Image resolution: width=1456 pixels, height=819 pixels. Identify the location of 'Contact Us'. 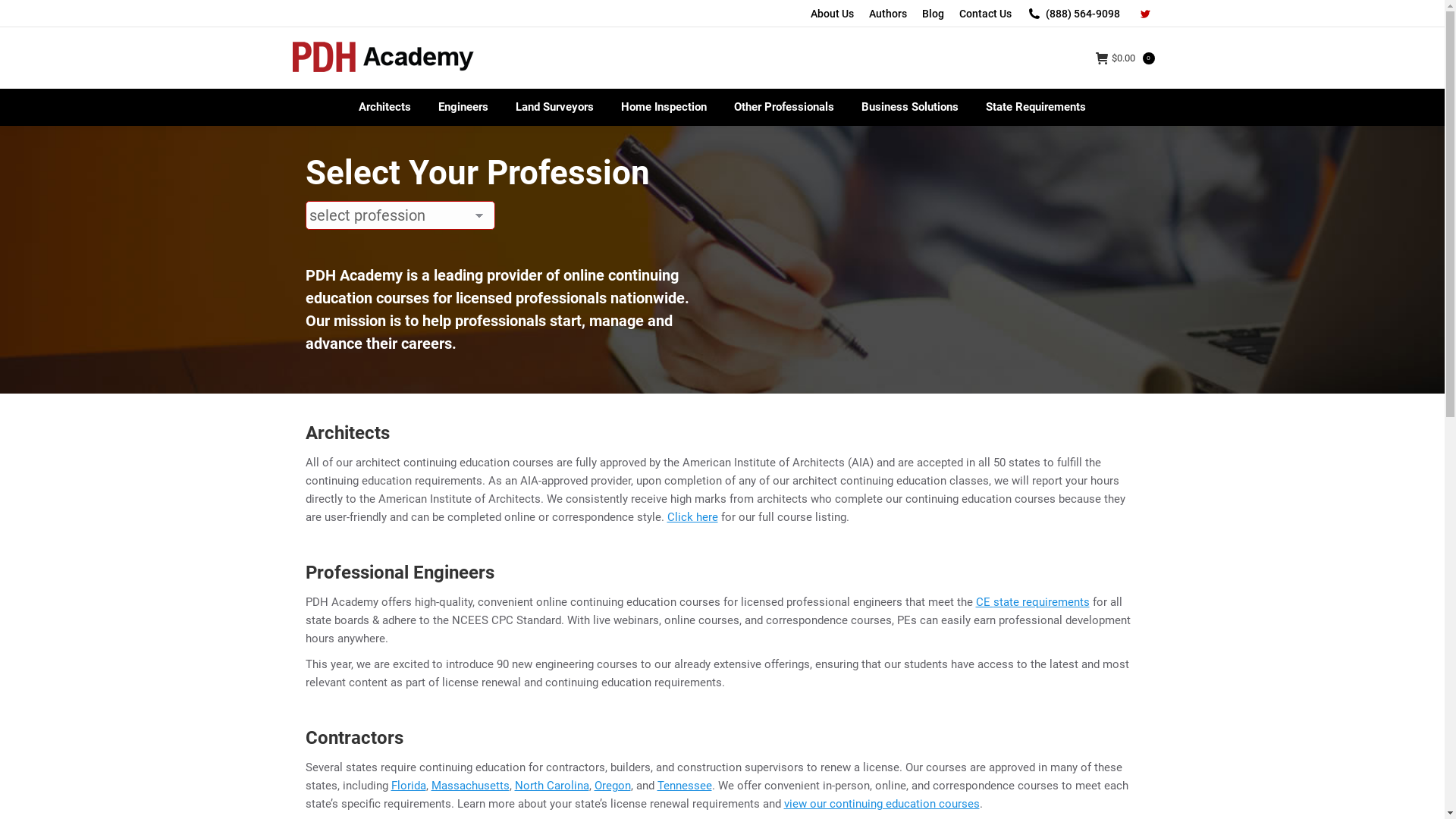
(984, 14).